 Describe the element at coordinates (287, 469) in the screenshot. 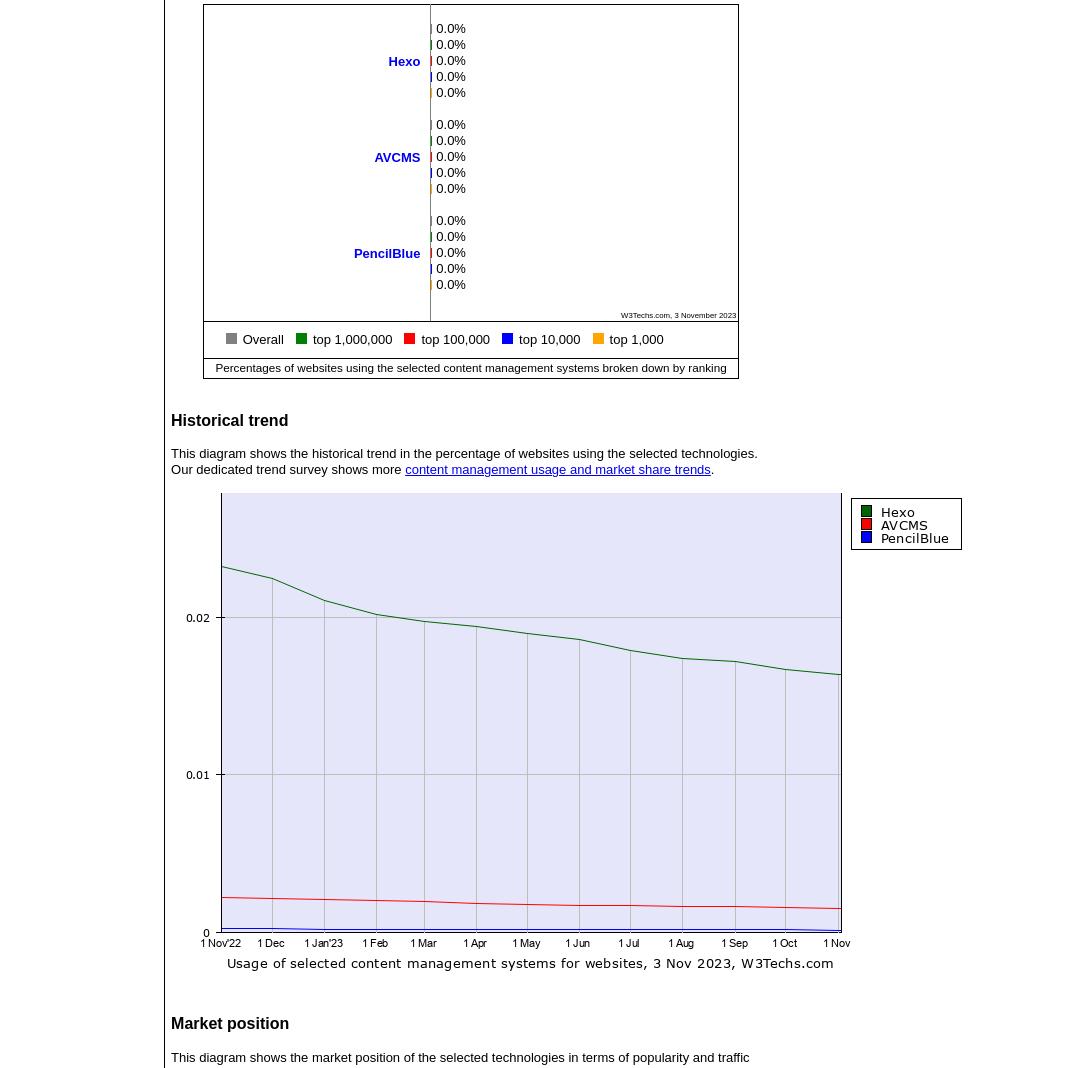

I see `'Our dedicated trend survey shows more'` at that location.